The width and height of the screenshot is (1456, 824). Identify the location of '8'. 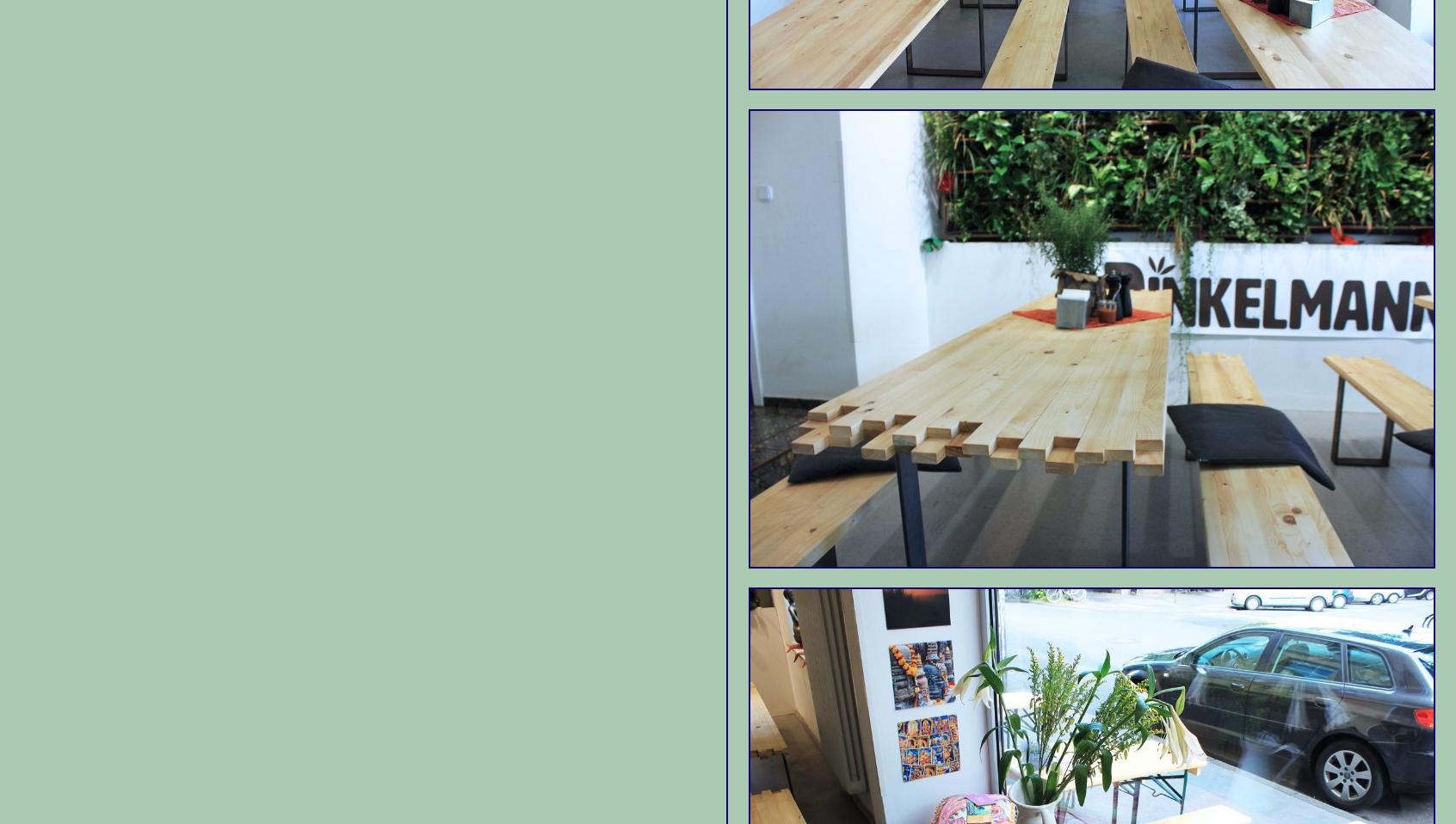
(990, 144).